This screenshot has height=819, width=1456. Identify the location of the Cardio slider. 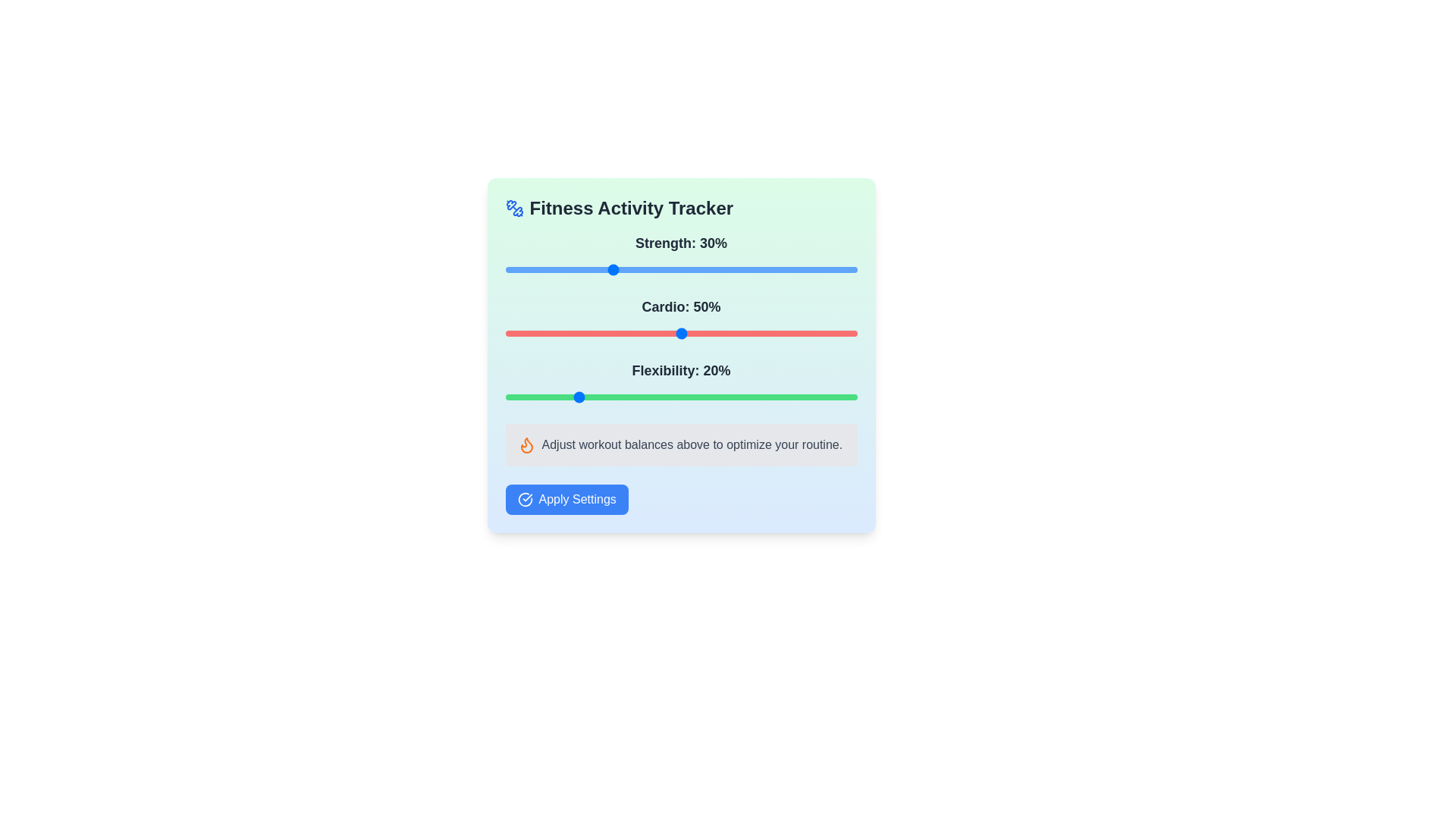
(842, 332).